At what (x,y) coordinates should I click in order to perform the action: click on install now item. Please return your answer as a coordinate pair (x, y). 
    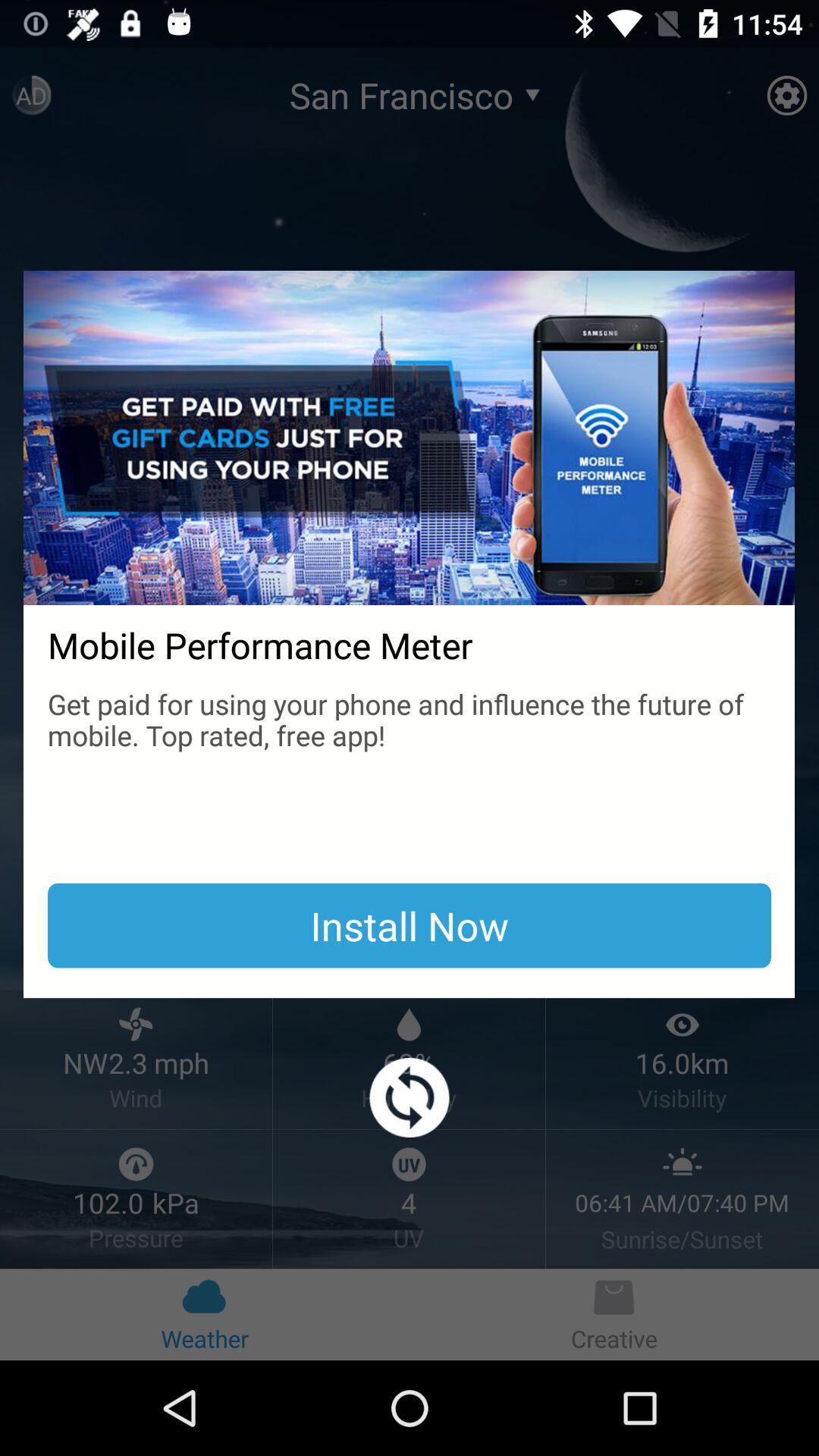
    Looking at the image, I should click on (409, 924).